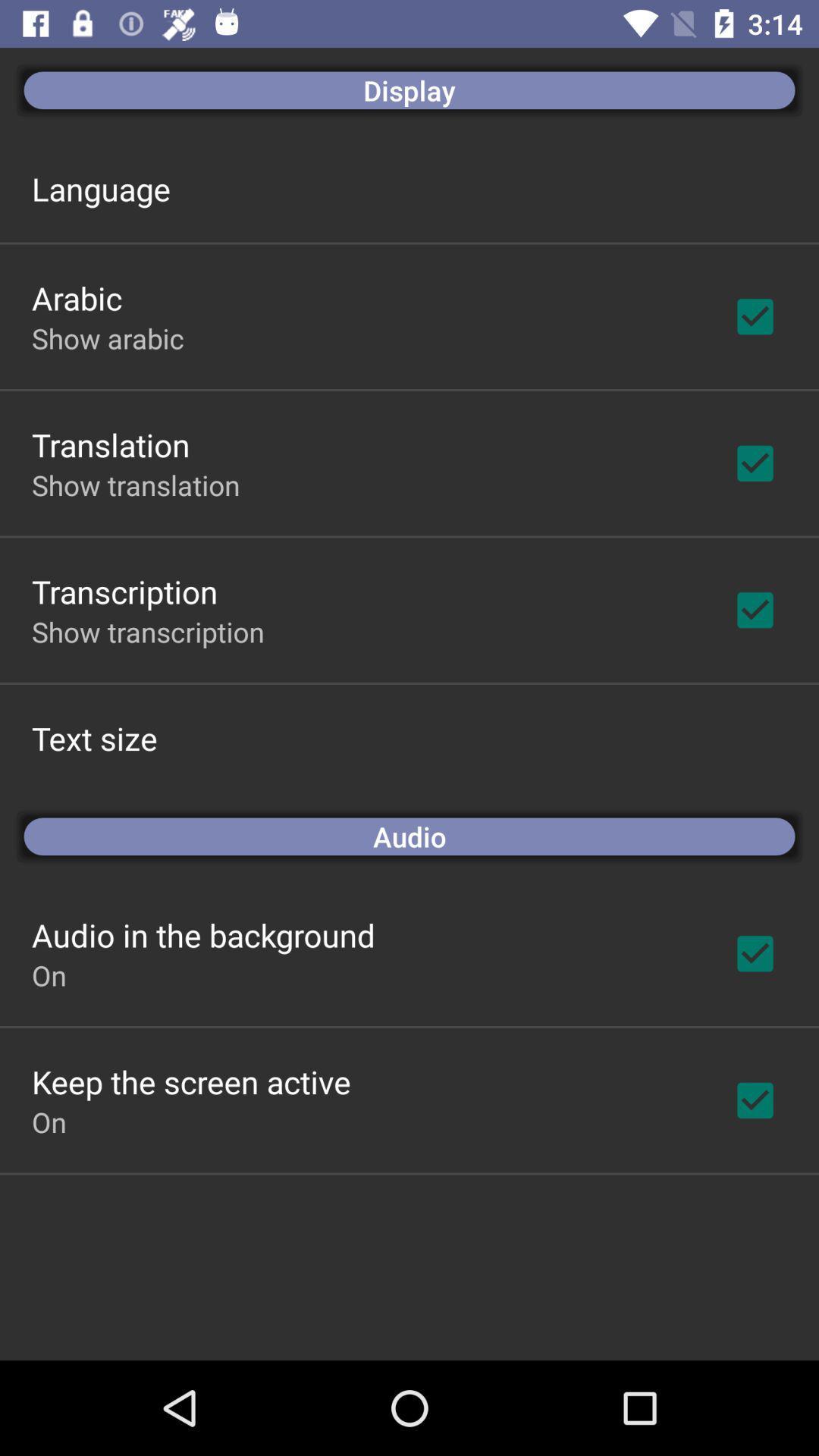 This screenshot has width=819, height=1456. I want to click on item below the arabic item, so click(107, 337).